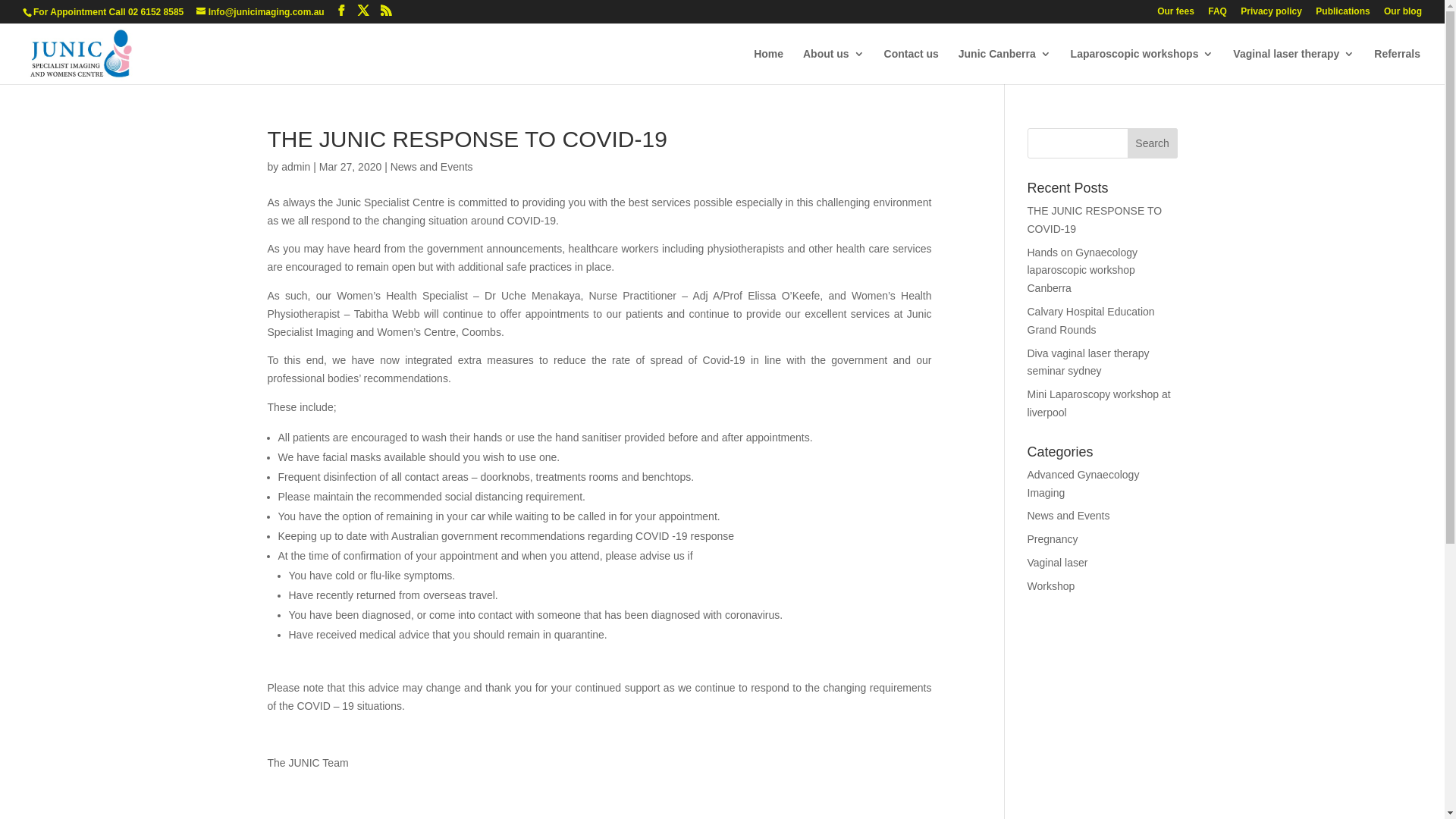  Describe the element at coordinates (1175, 14) in the screenshot. I see `'Our fees'` at that location.